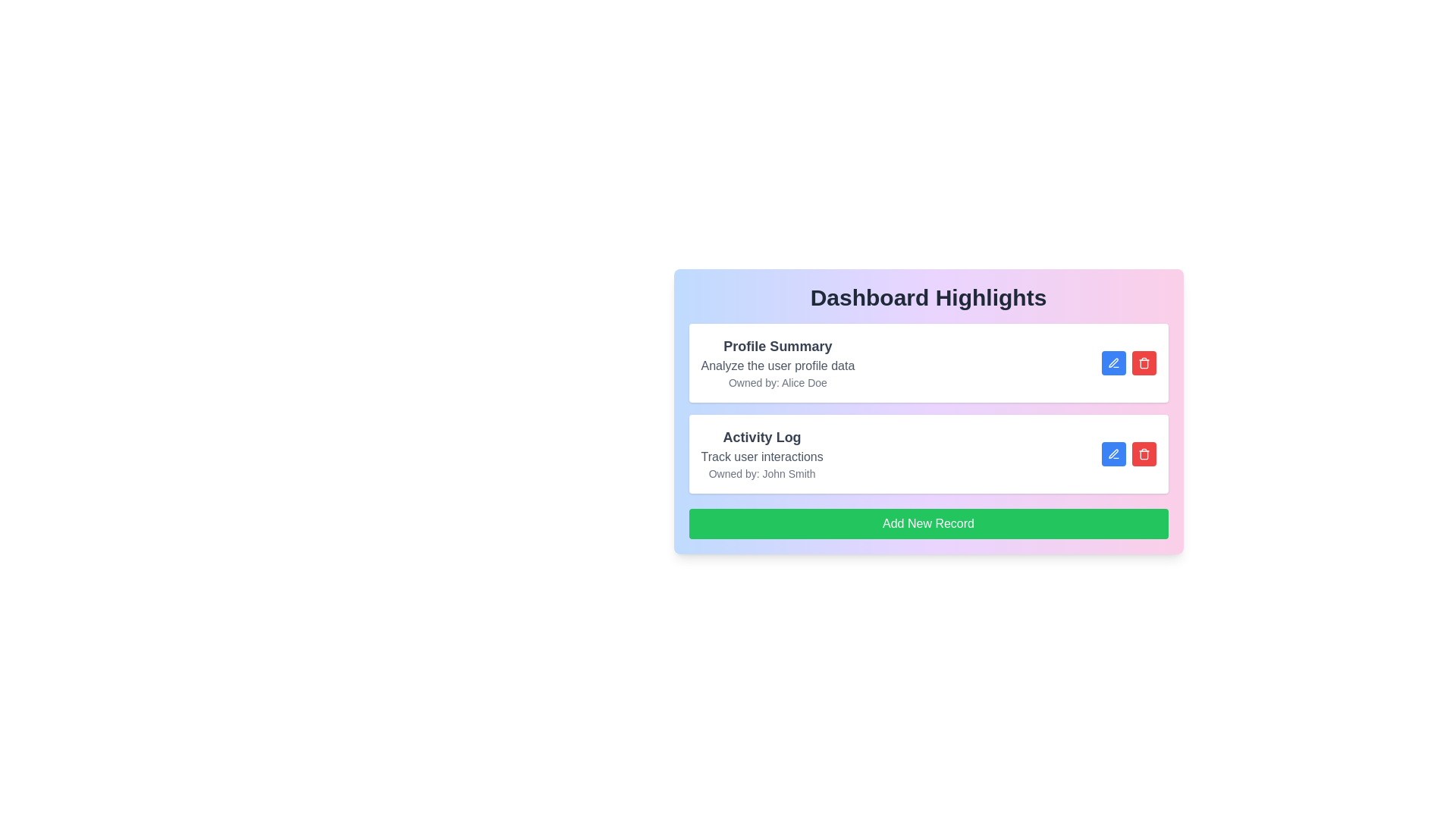 Image resolution: width=1456 pixels, height=819 pixels. Describe the element at coordinates (927, 522) in the screenshot. I see `the 'Add New Record' button, which has a green background and white text, located at the bottom of the 'Dashboard Highlights' panel` at that location.